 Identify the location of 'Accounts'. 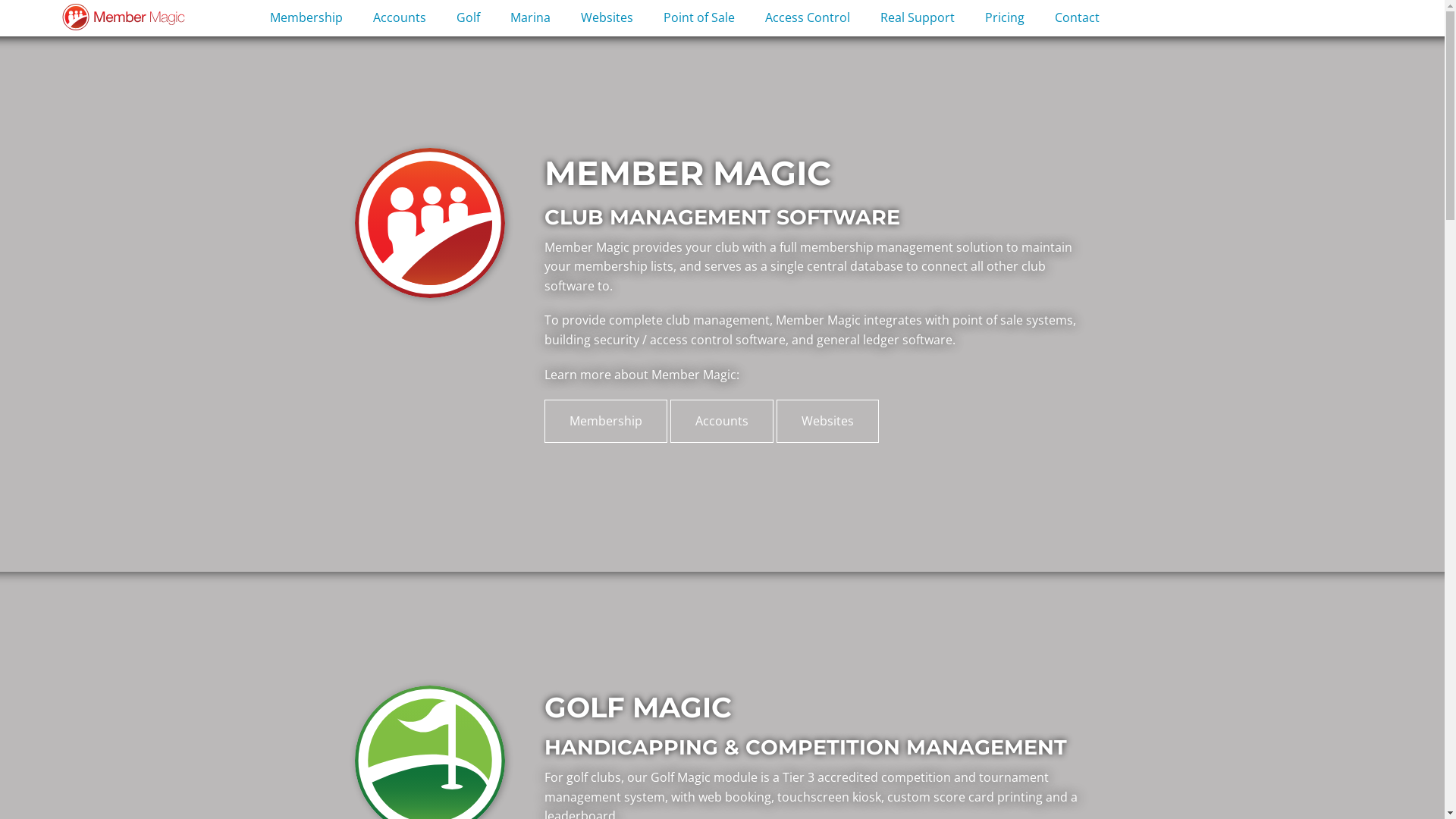
(356, 18).